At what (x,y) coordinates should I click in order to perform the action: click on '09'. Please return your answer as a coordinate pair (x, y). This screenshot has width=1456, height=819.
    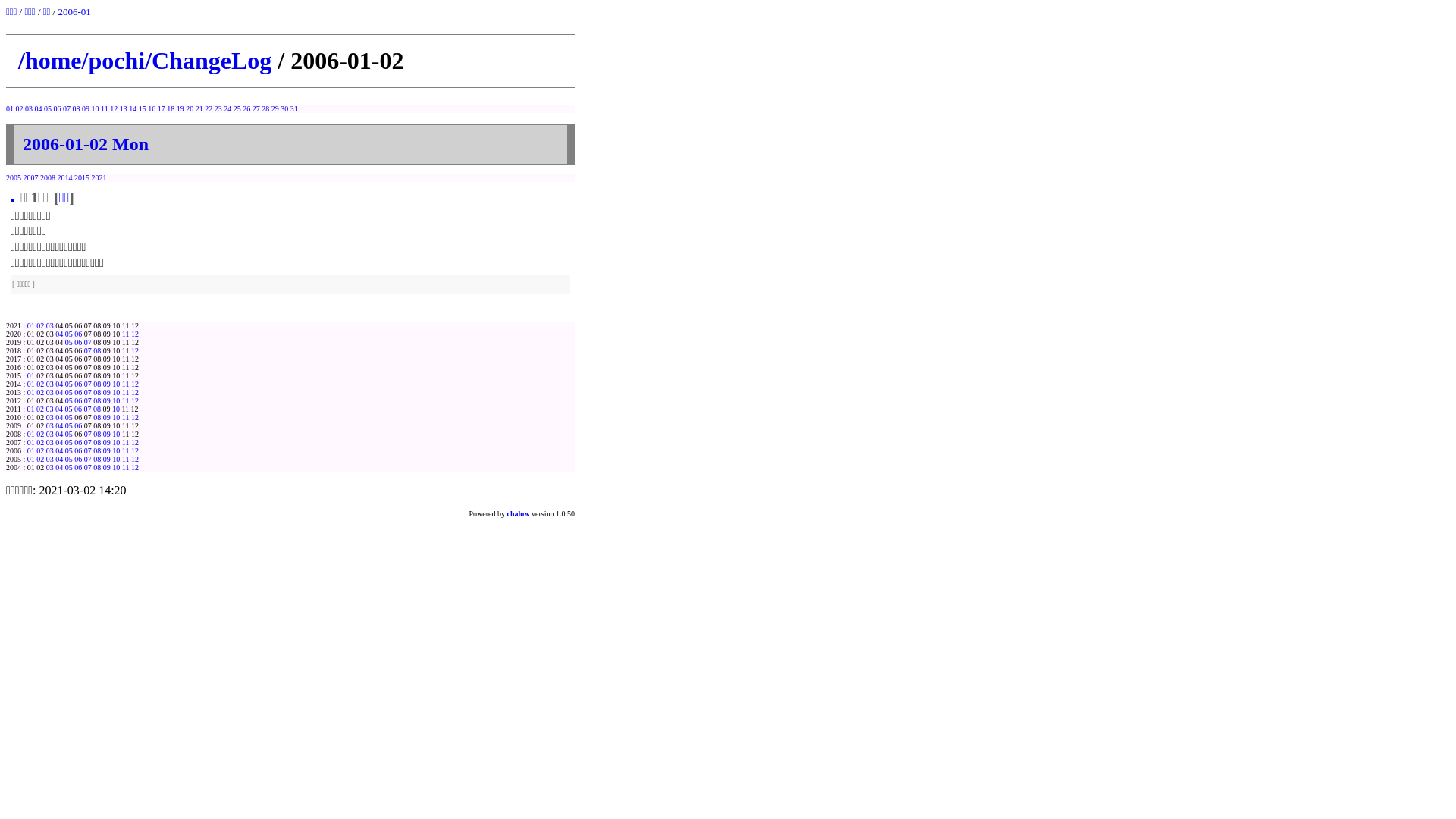
    Looking at the image, I should click on (105, 458).